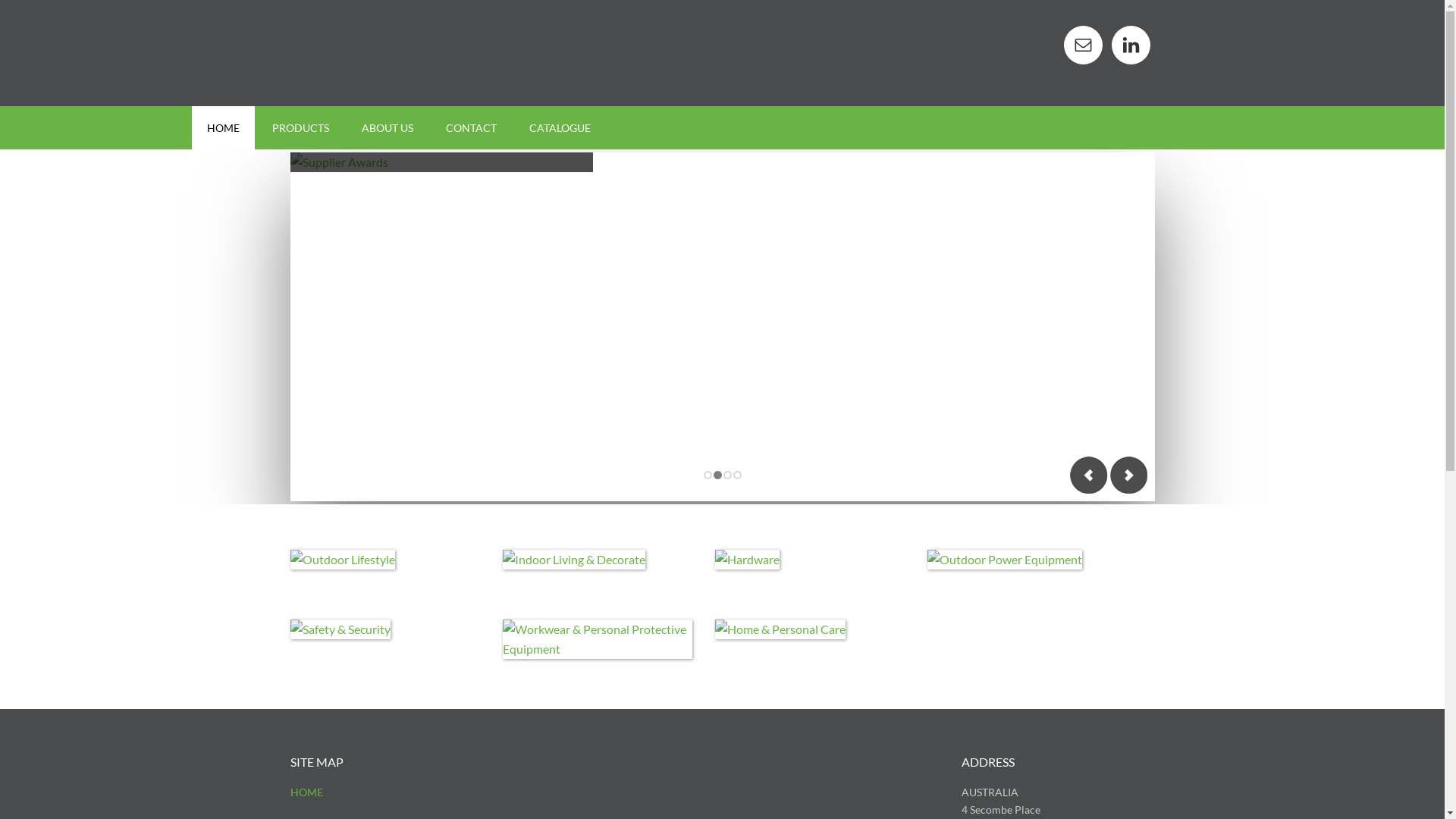 The width and height of the screenshot is (1456, 819). I want to click on 'CATALOGUE', so click(559, 127).